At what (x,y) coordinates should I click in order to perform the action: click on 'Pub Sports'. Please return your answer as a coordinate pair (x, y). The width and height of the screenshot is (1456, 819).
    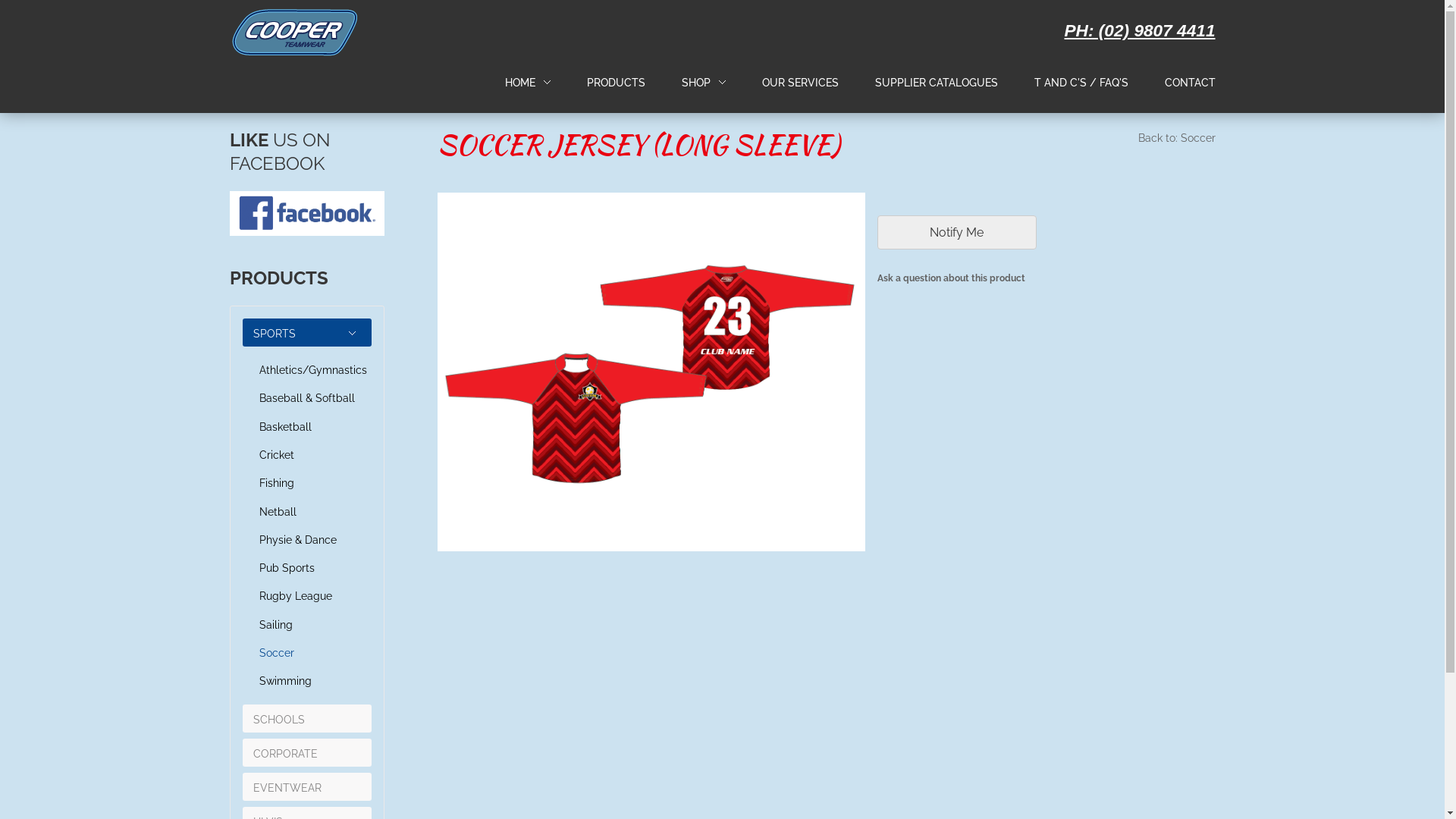
    Looking at the image, I should click on (306, 568).